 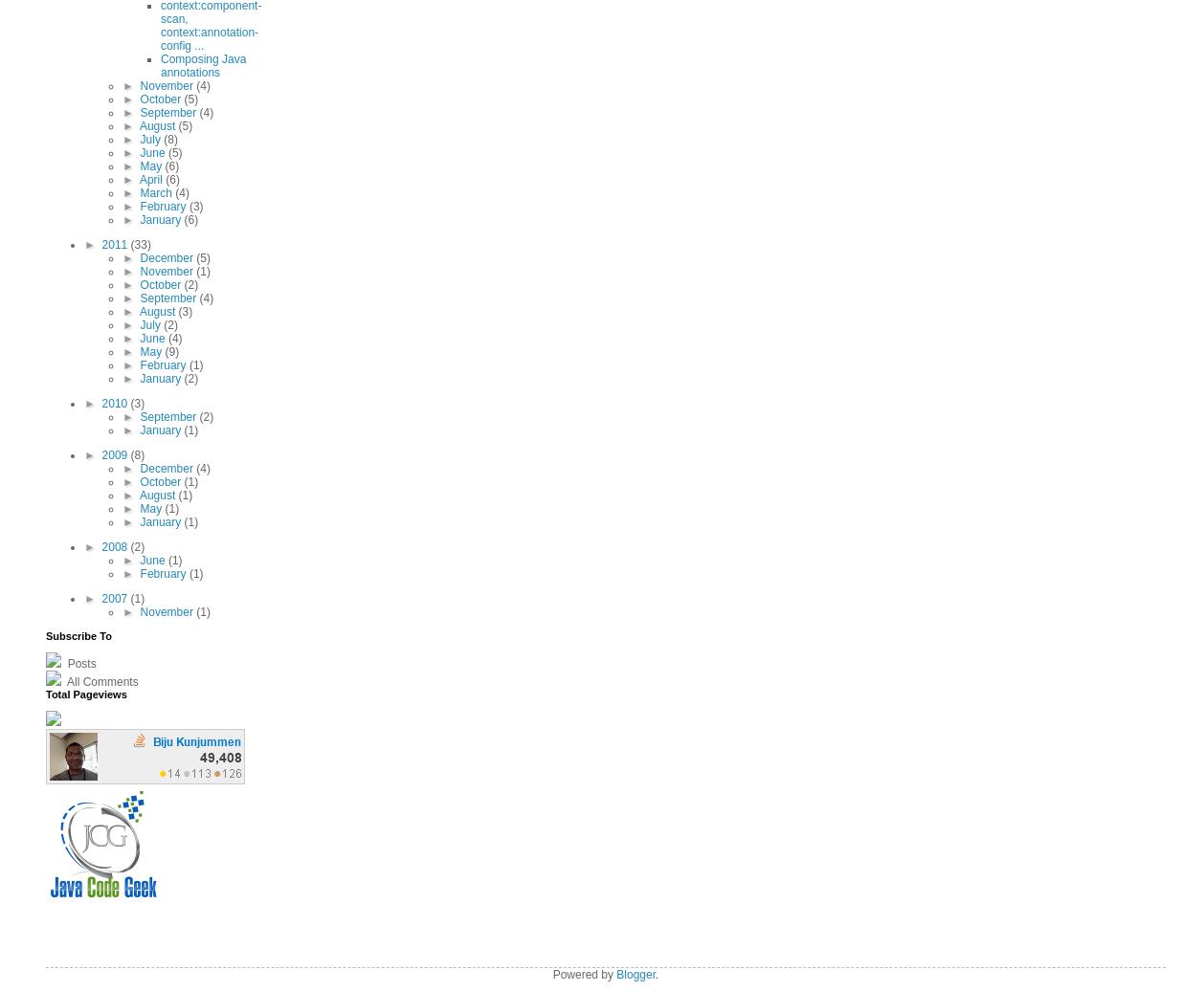 What do you see at coordinates (100, 682) in the screenshot?
I see `'All Comments'` at bounding box center [100, 682].